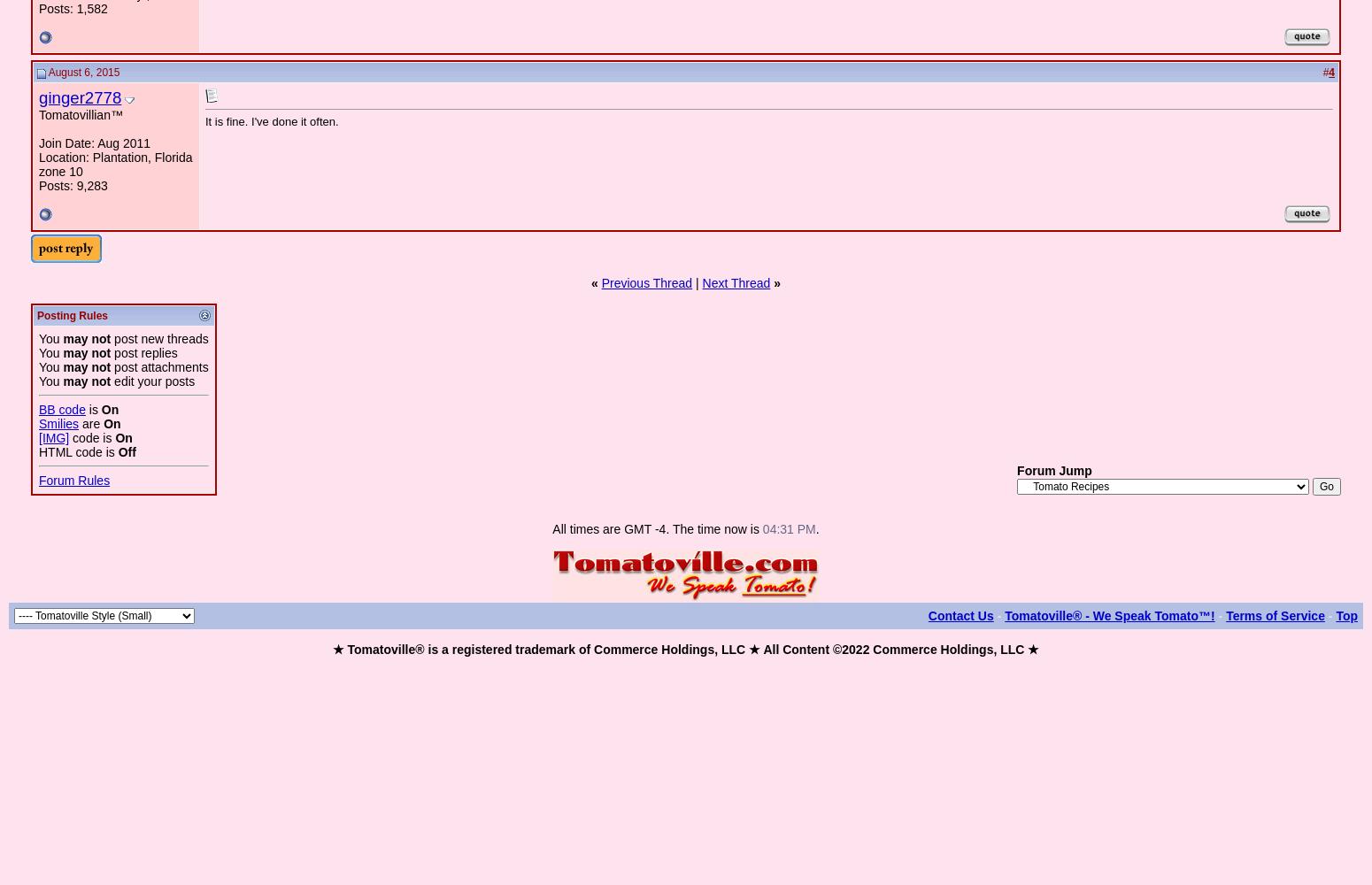 The height and width of the screenshot is (885, 1372). What do you see at coordinates (696, 282) in the screenshot?
I see `'|'` at bounding box center [696, 282].